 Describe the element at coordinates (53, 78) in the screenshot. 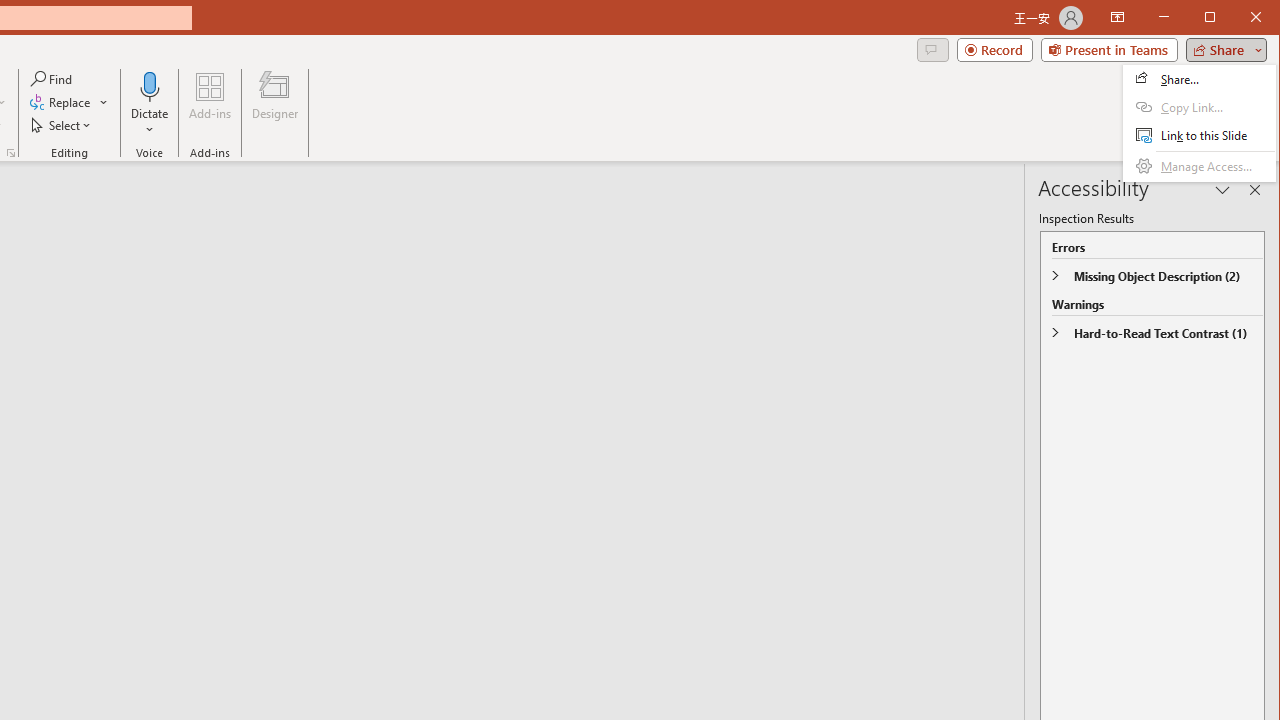

I see `'Find...'` at that location.